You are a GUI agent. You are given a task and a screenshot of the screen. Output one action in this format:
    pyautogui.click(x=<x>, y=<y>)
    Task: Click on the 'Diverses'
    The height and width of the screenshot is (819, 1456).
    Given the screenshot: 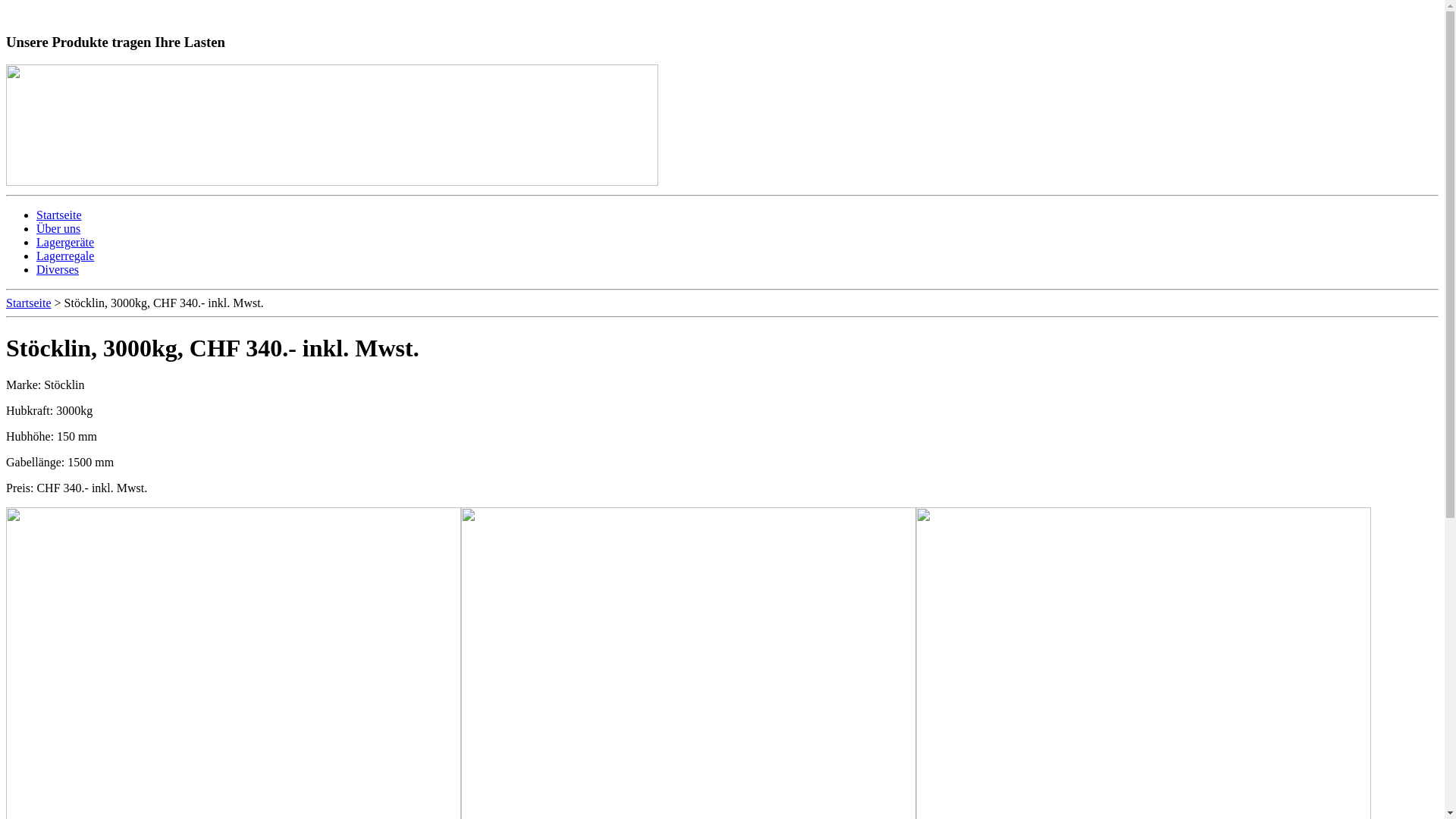 What is the action you would take?
    pyautogui.click(x=58, y=268)
    